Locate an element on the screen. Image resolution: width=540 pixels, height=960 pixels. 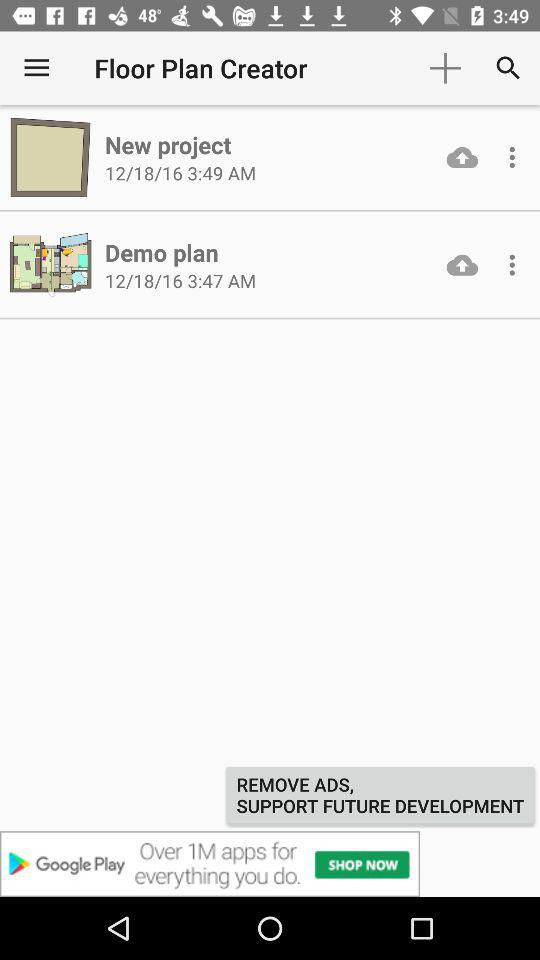
autoplay option is located at coordinates (512, 264).